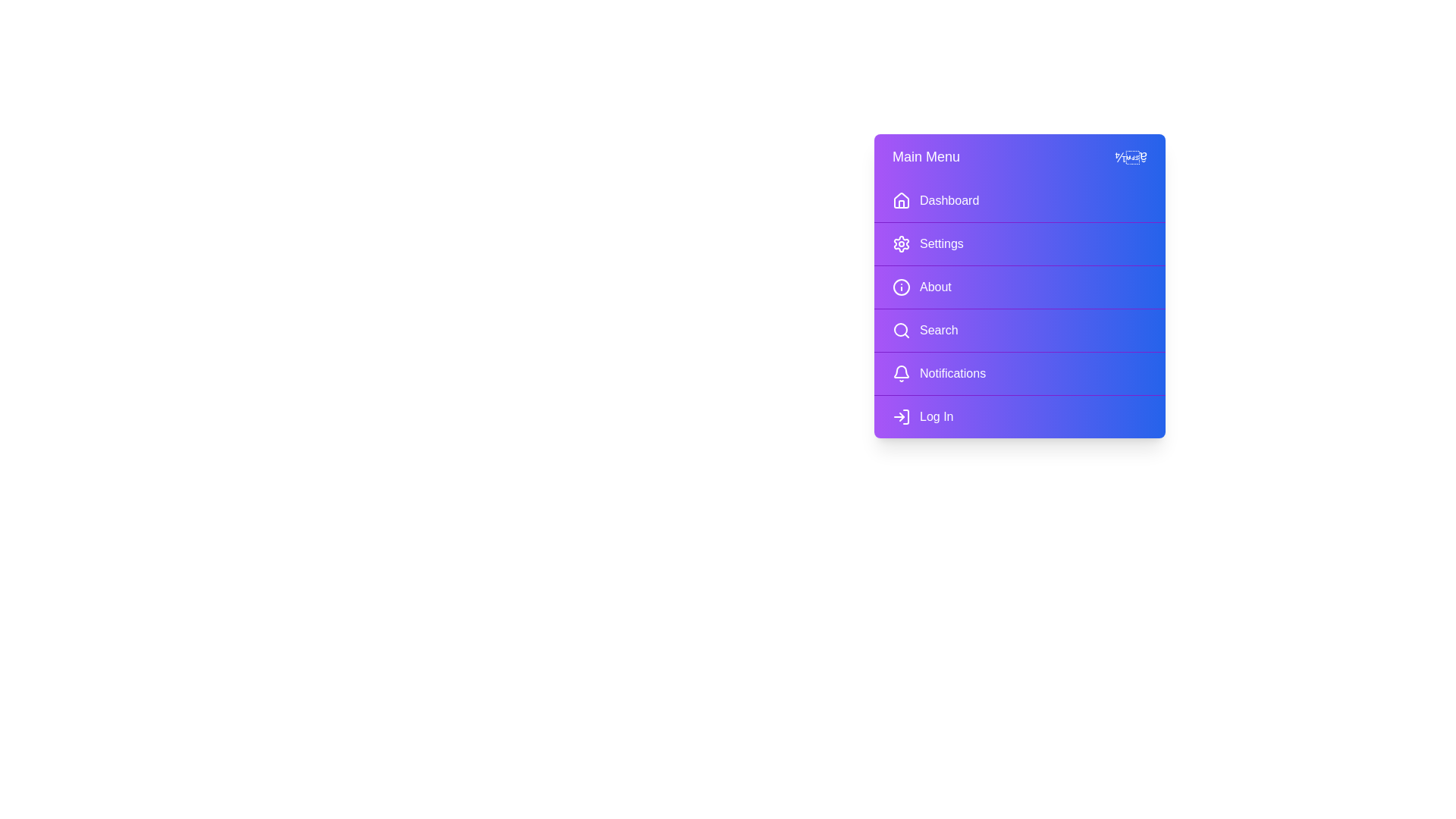 The width and height of the screenshot is (1456, 819). What do you see at coordinates (1019, 329) in the screenshot?
I see `the menu item Search to highlight it` at bounding box center [1019, 329].